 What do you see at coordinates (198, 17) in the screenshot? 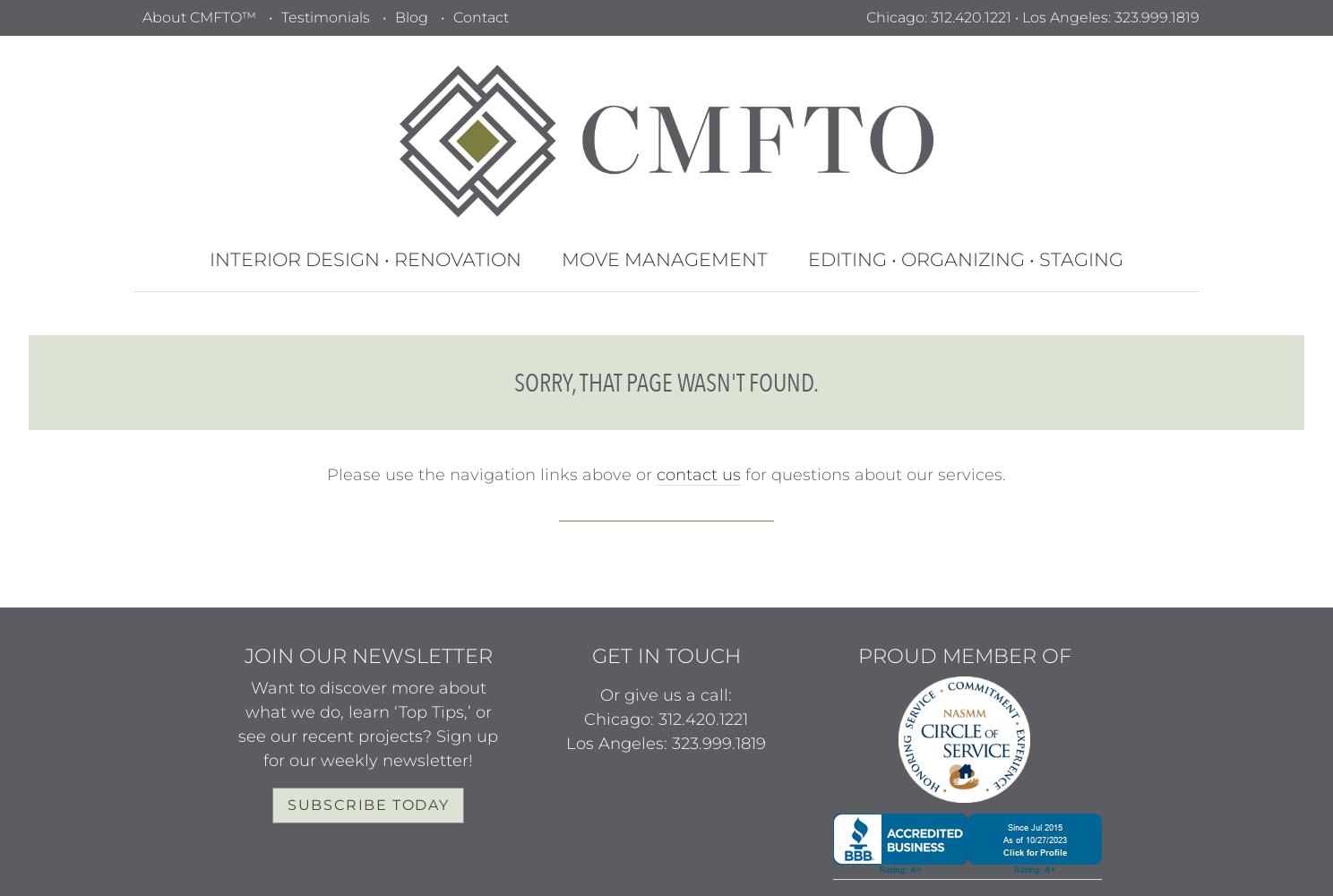
I see `'About CMFTO™'` at bounding box center [198, 17].